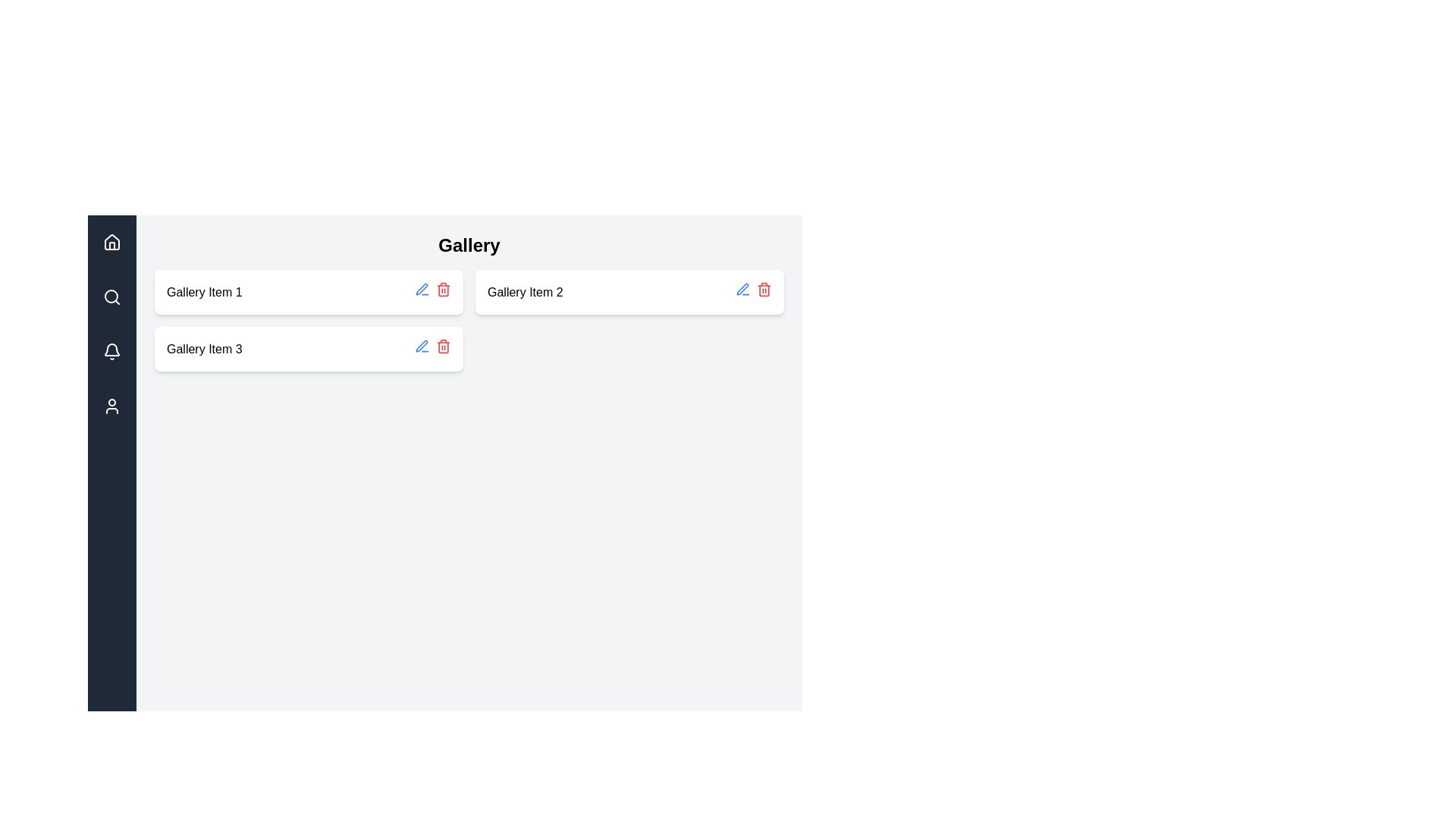 The height and width of the screenshot is (819, 1456). What do you see at coordinates (111, 351) in the screenshot?
I see `the interactive circular button with a bell icon located in the vertical sidebar` at bounding box center [111, 351].